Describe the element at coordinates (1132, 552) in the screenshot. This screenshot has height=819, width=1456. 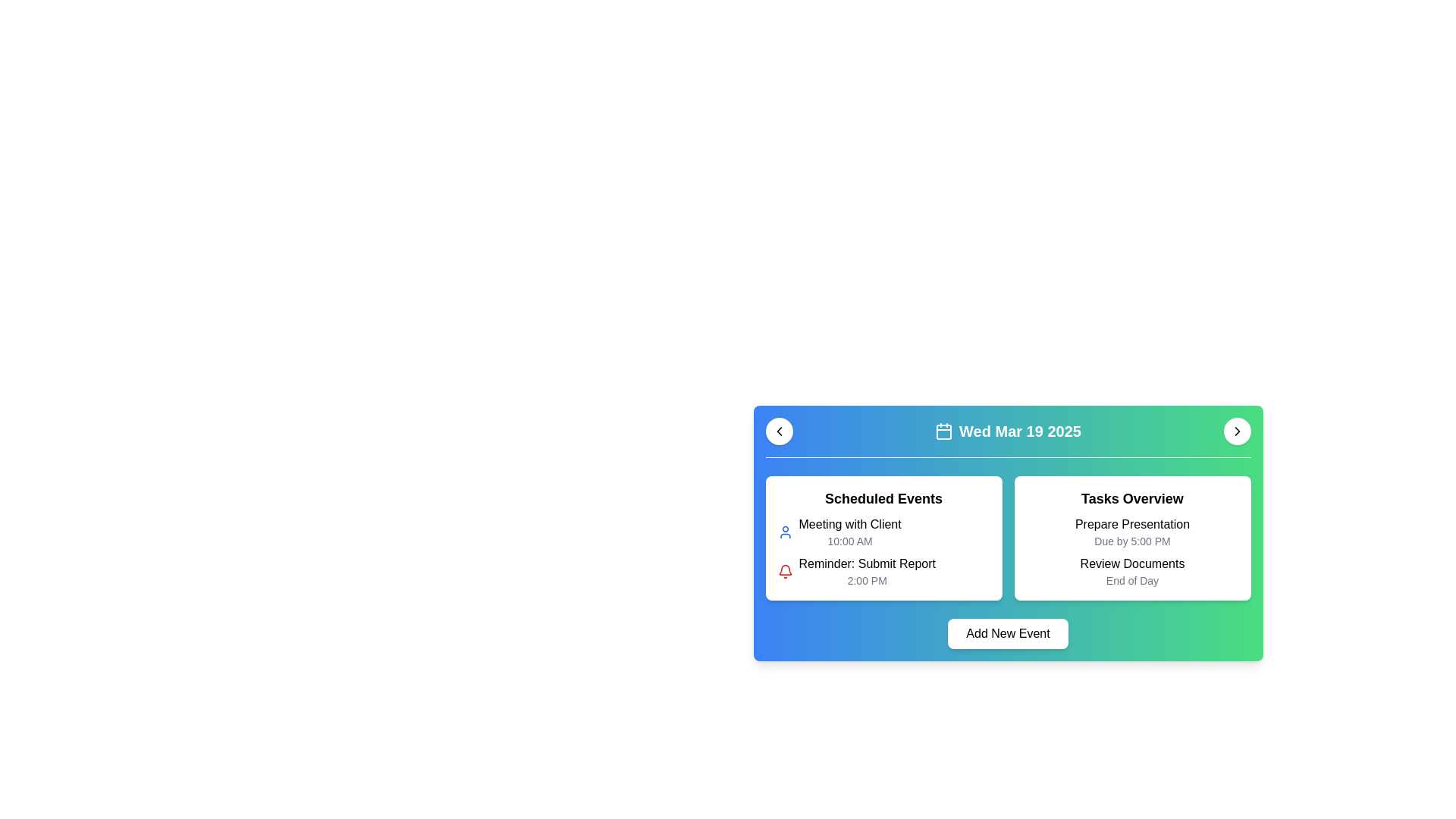
I see `the List with styled text items in the 'Tasks Overview' card, which displays tasks with their descriptions and deadlines` at that location.